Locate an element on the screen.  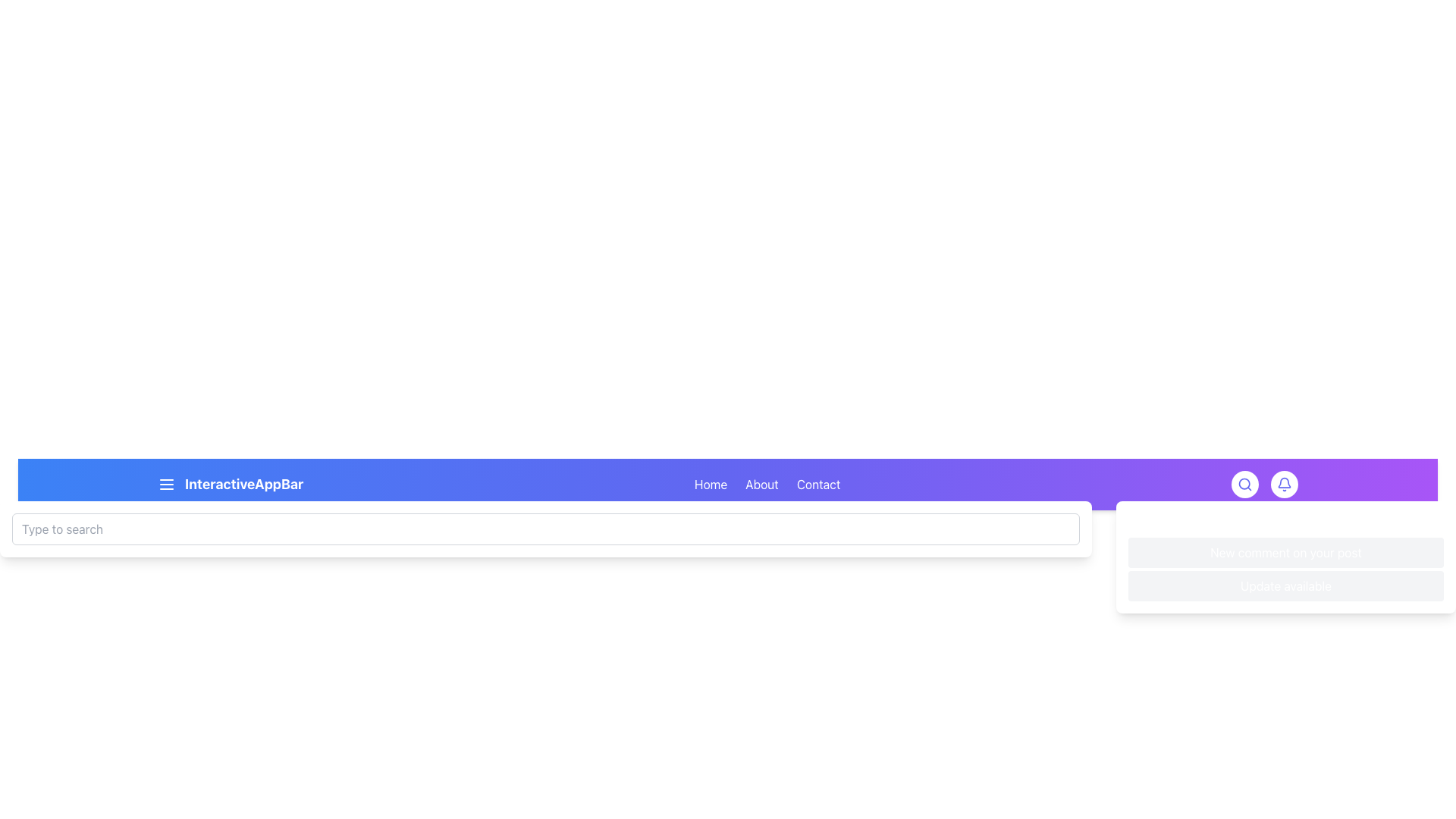
the notification icon located in the top-right corner of the interface is located at coordinates (1284, 485).